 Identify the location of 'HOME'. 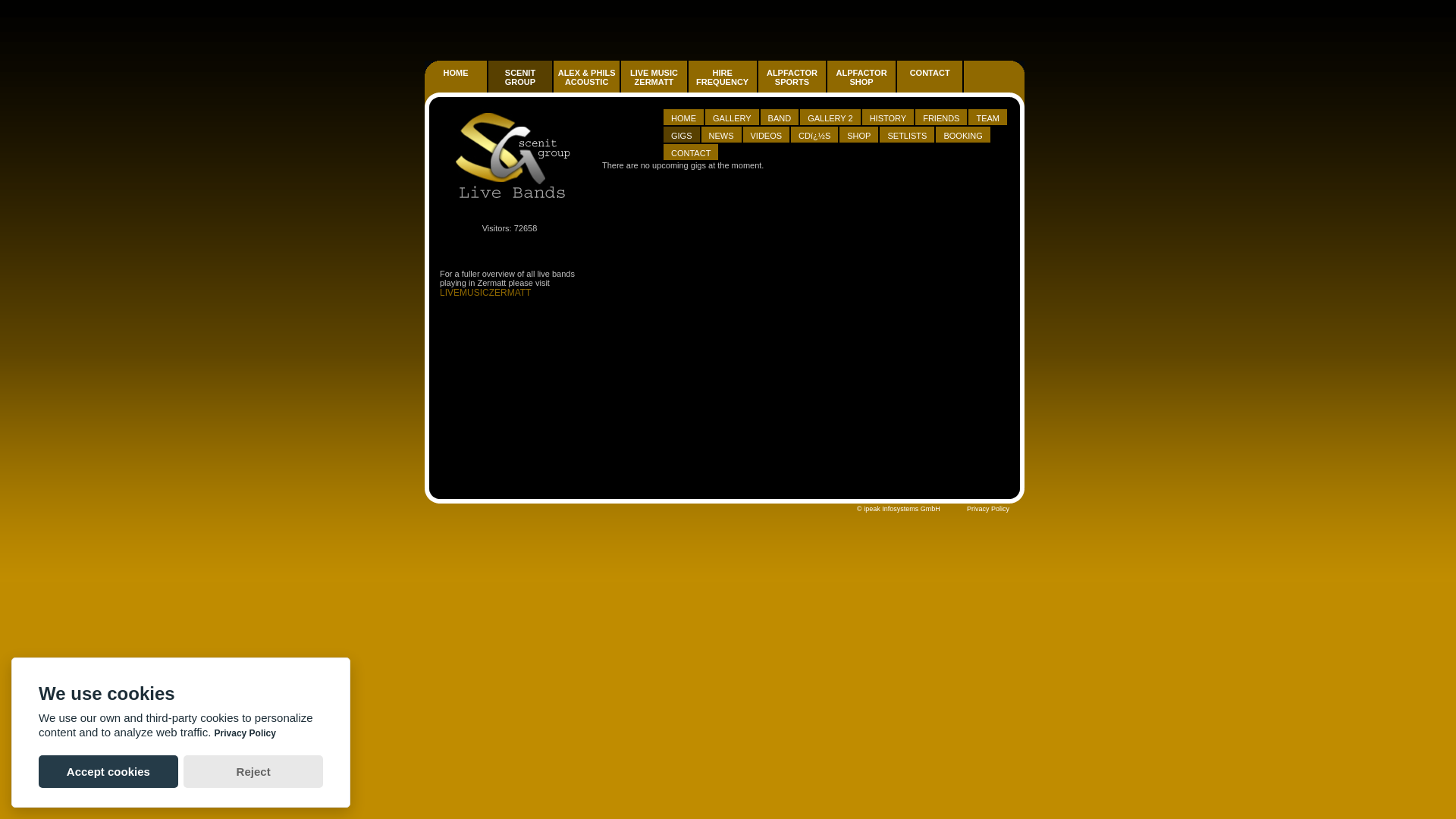
(683, 116).